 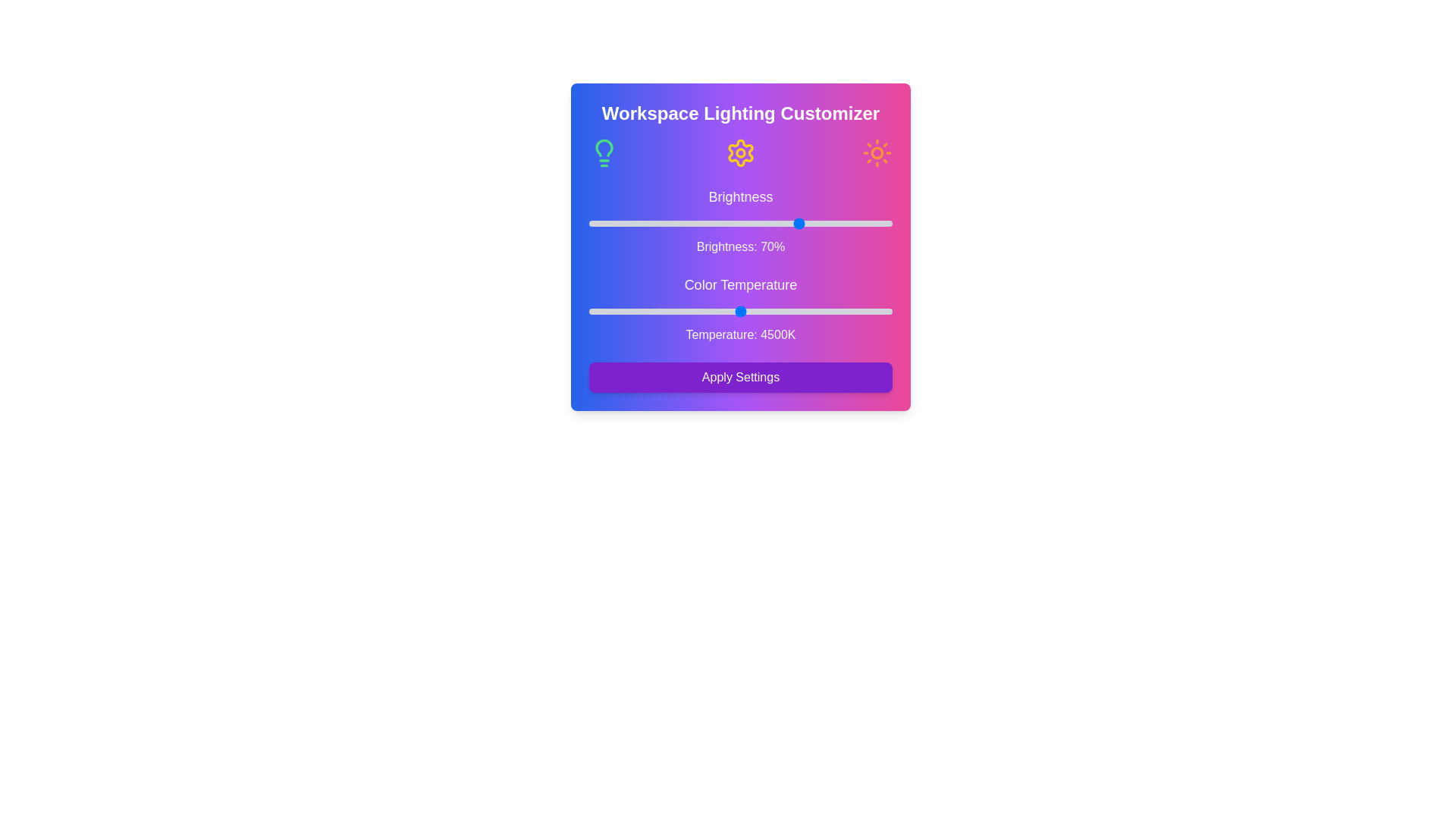 I want to click on the color temperature slider to 3511 K, so click(x=666, y=311).